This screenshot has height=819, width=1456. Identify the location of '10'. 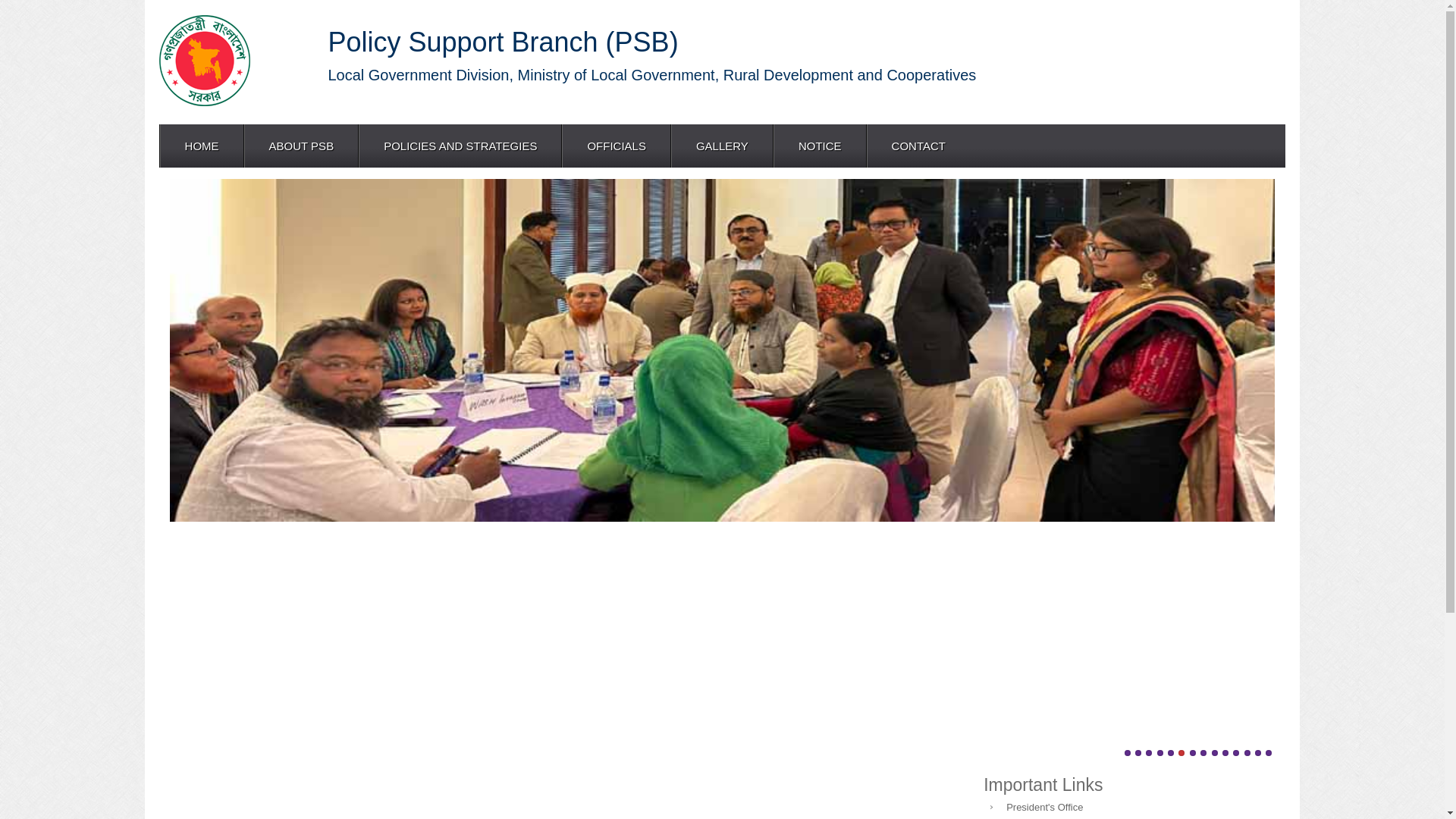
(1222, 752).